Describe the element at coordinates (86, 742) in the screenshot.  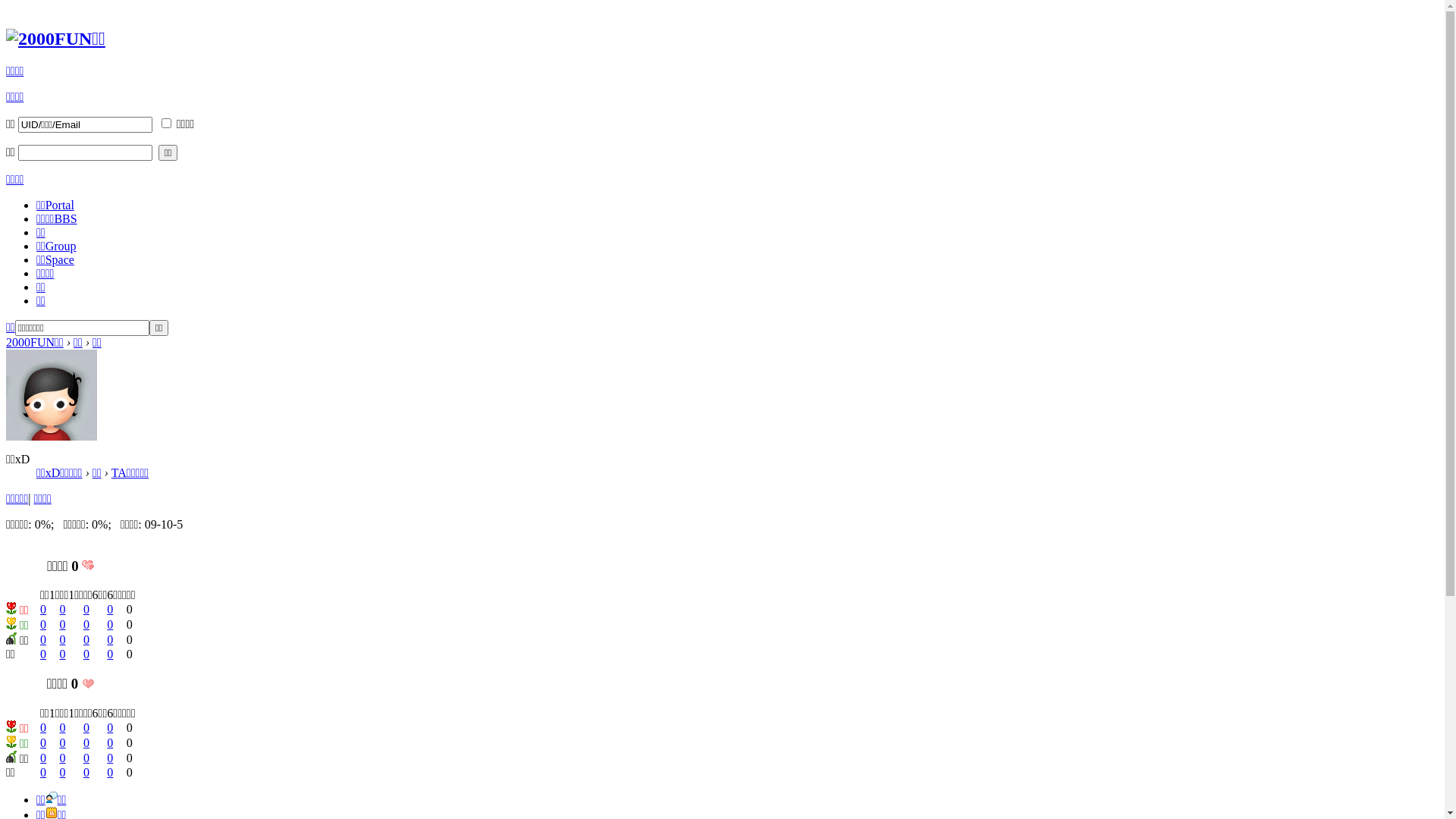
I see `'0'` at that location.